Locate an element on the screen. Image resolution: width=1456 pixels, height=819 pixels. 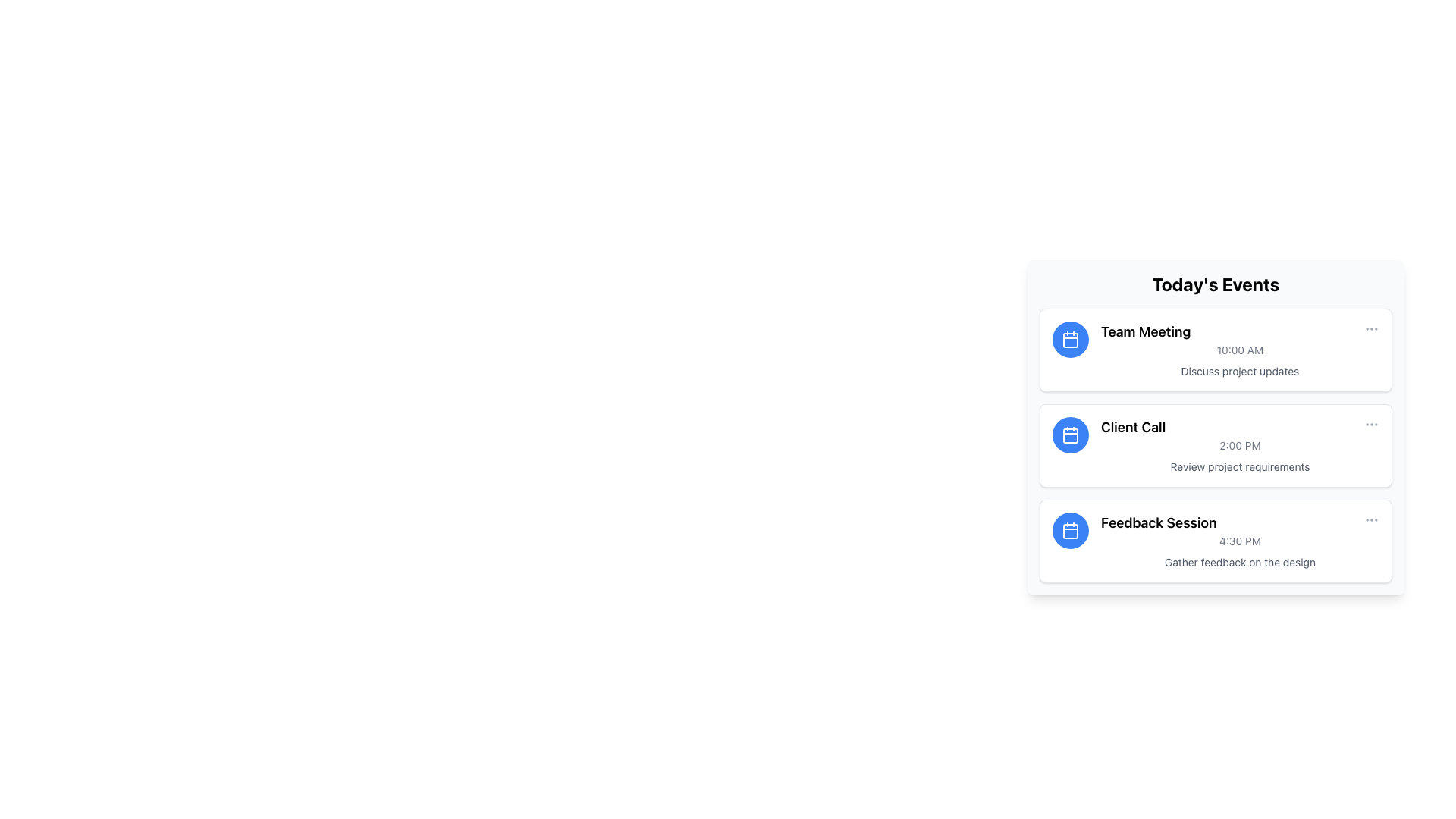
the circular icon with a blue background and a white calendar symbol, located on the left side of the 'Feedback Session' event card in the 'Today’s Events' list is located at coordinates (1069, 529).